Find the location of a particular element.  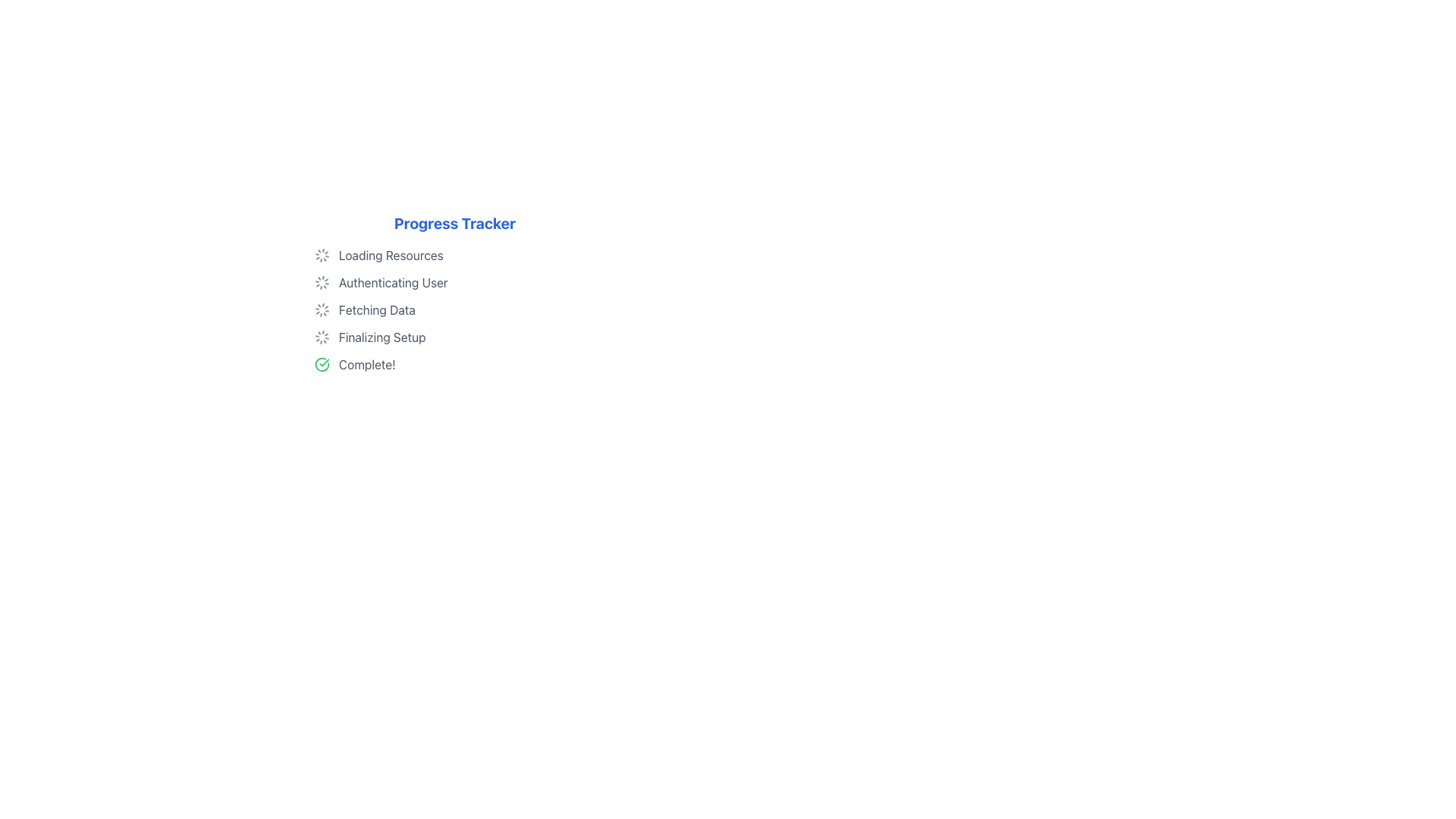

the Animated Loader Icon that indicates the 'Finalizing Setup' step in the process is located at coordinates (322, 336).